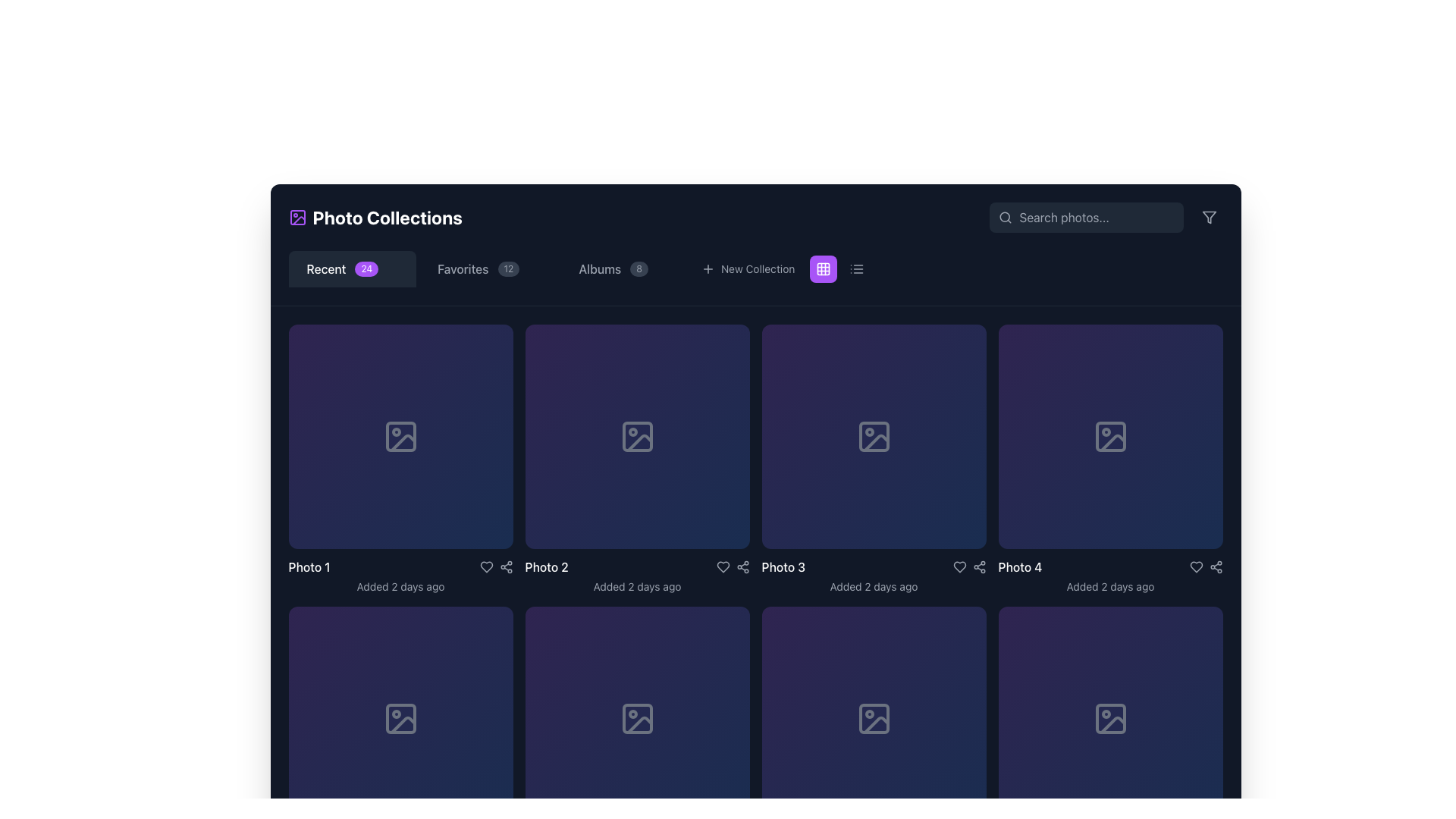 Image resolution: width=1456 pixels, height=819 pixels. I want to click on the icon button styled as a 3x3 grid within a purple circular button, located in the navigation bar between the 'New Collection' button and the list view toggle icon, so click(823, 268).